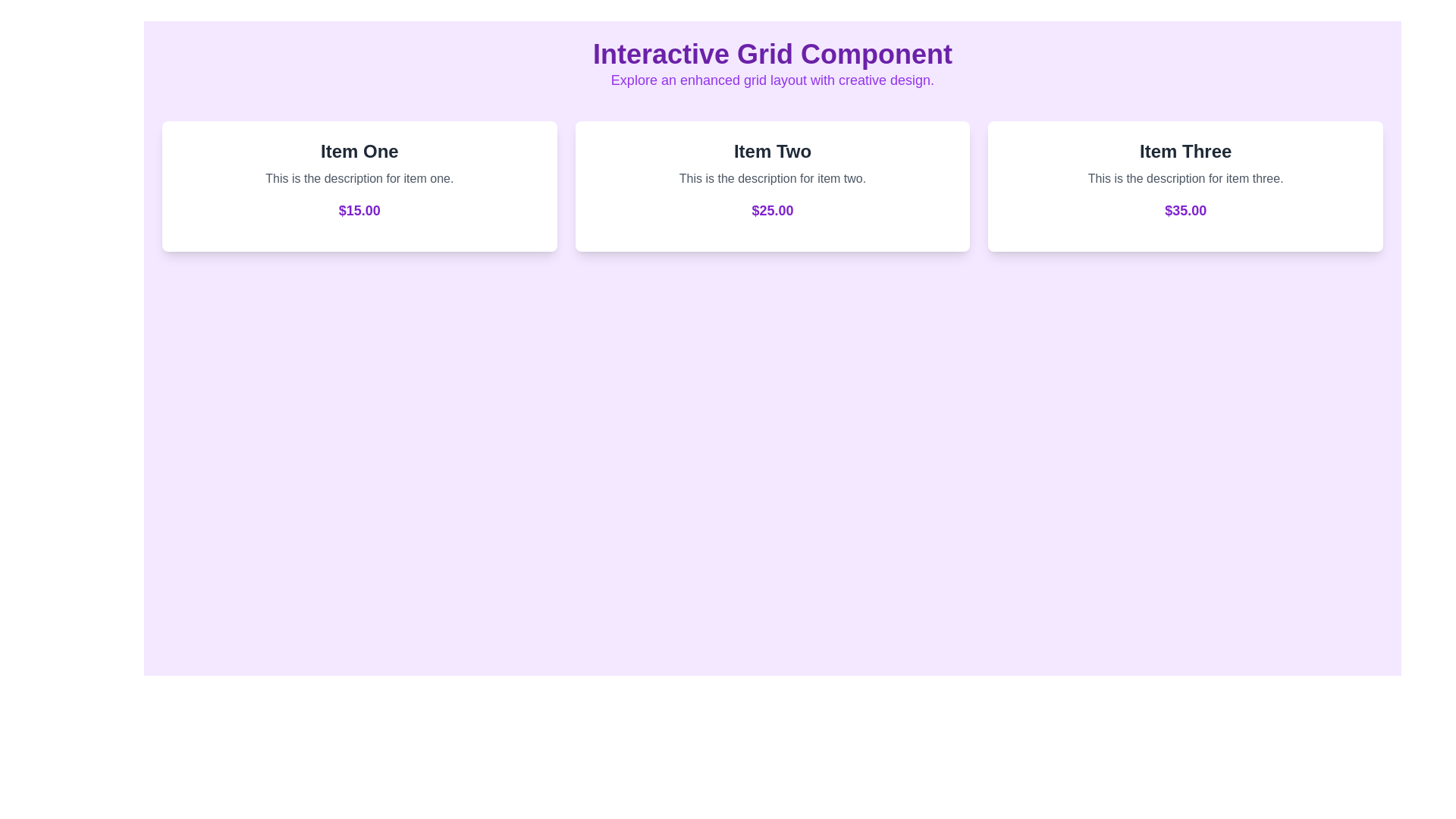  What do you see at coordinates (772, 54) in the screenshot?
I see `the prominent heading styled with large, bold text in a purple hue that contains the text 'Interactive Grid Component', located at the top of the interface` at bounding box center [772, 54].